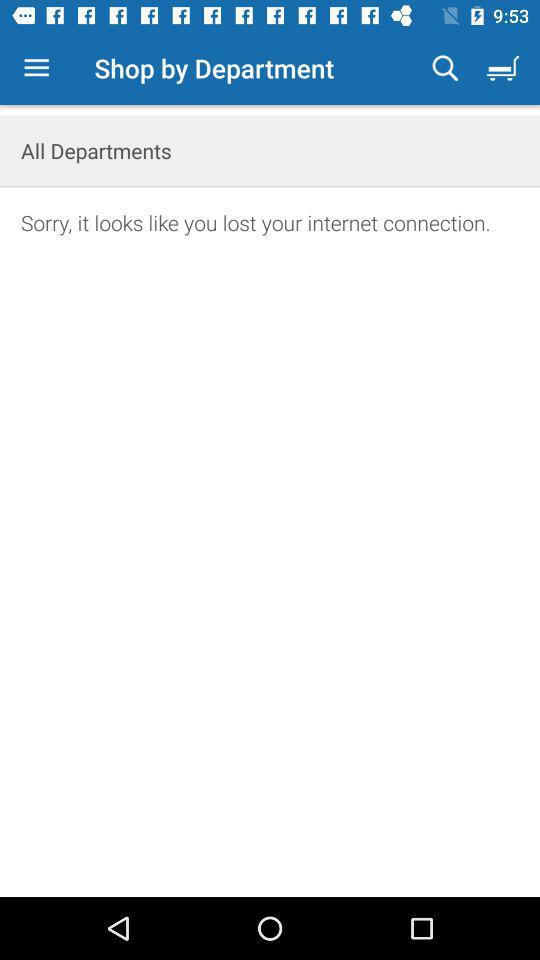 Image resolution: width=540 pixels, height=960 pixels. I want to click on item to the left of shop by department icon, so click(36, 68).